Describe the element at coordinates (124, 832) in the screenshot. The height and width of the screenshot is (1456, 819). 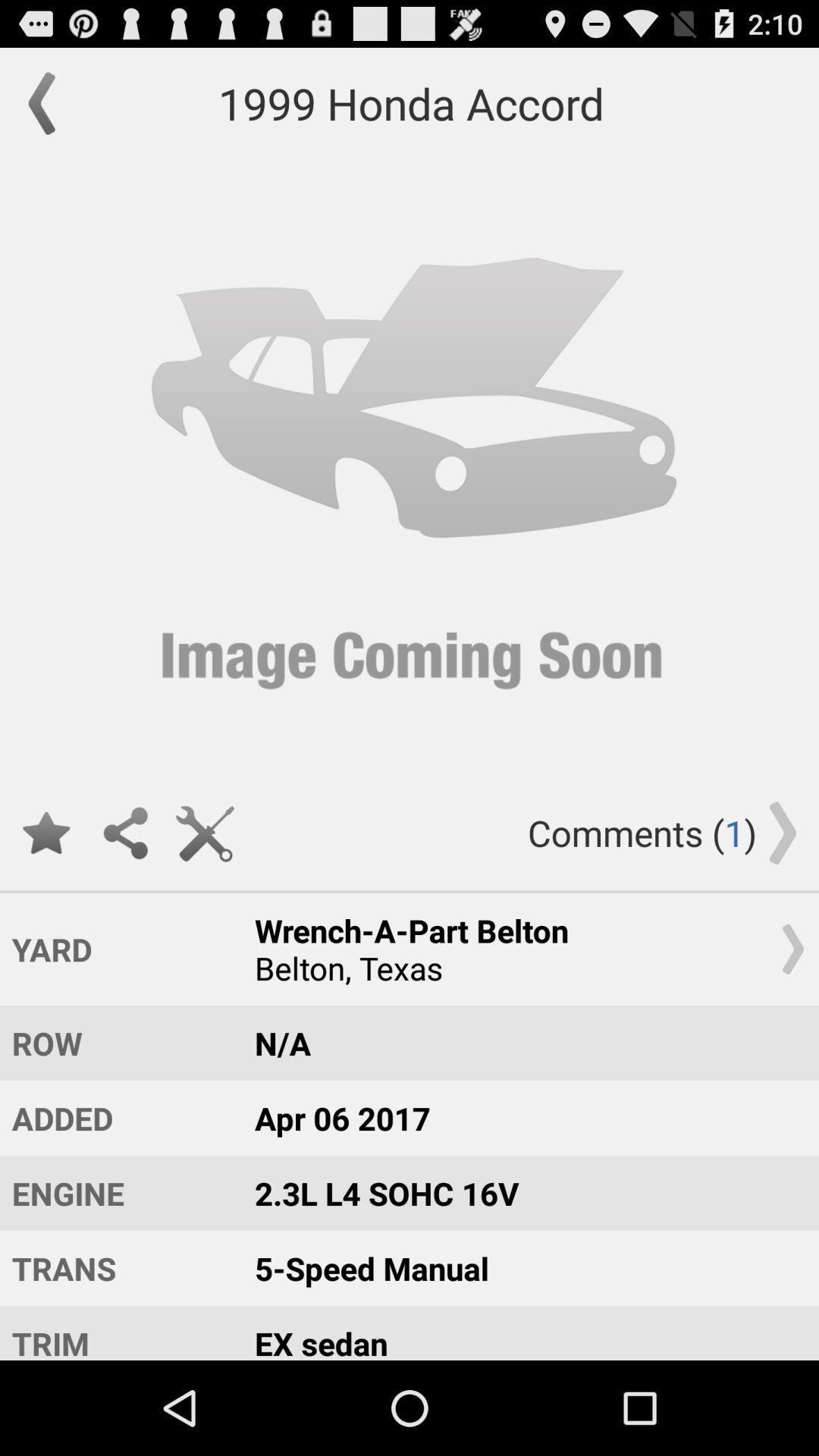
I see `share product on social media` at that location.